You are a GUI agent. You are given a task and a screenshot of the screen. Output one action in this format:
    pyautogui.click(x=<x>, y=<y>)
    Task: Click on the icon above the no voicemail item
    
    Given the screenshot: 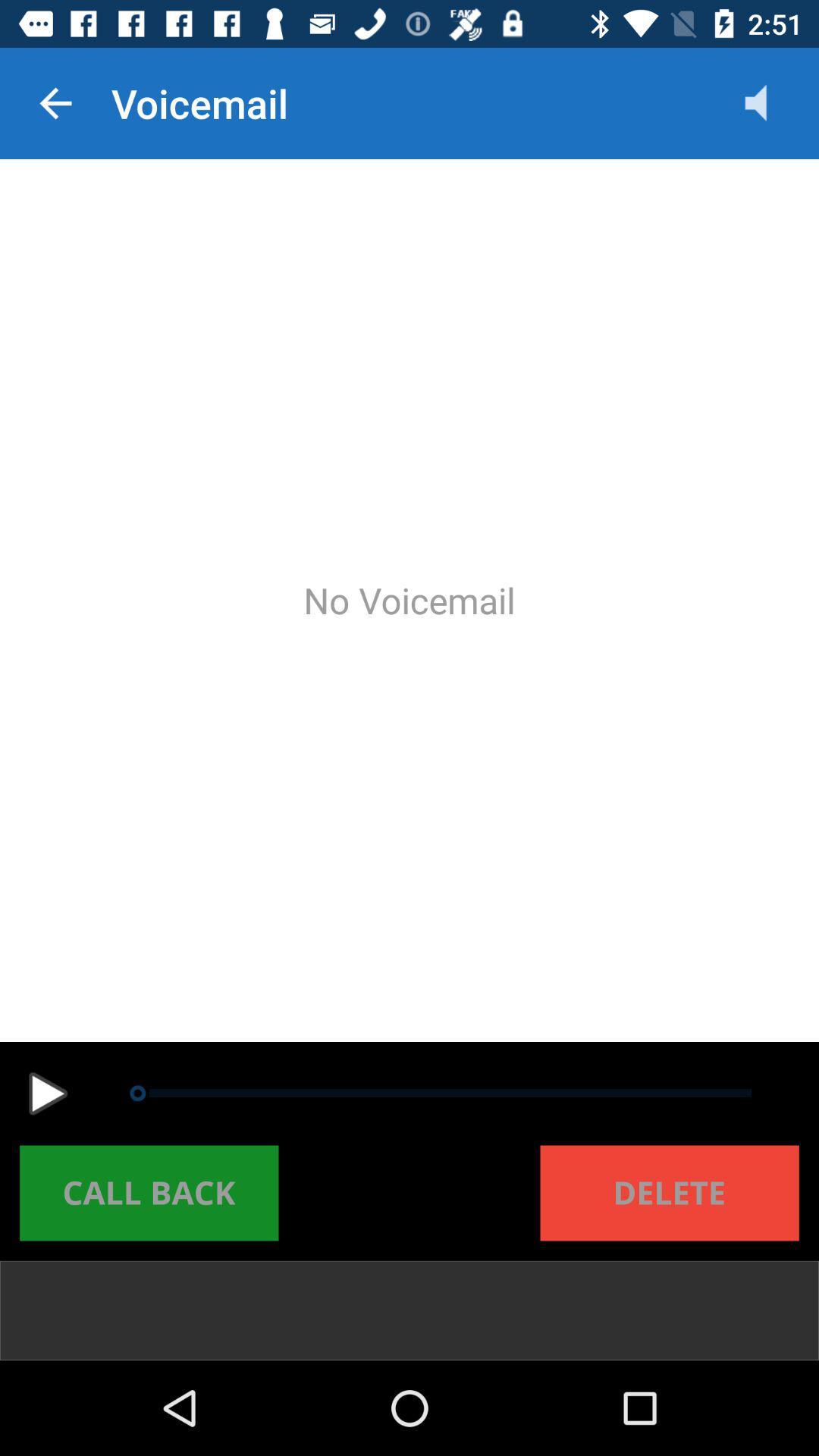 What is the action you would take?
    pyautogui.click(x=55, y=102)
    